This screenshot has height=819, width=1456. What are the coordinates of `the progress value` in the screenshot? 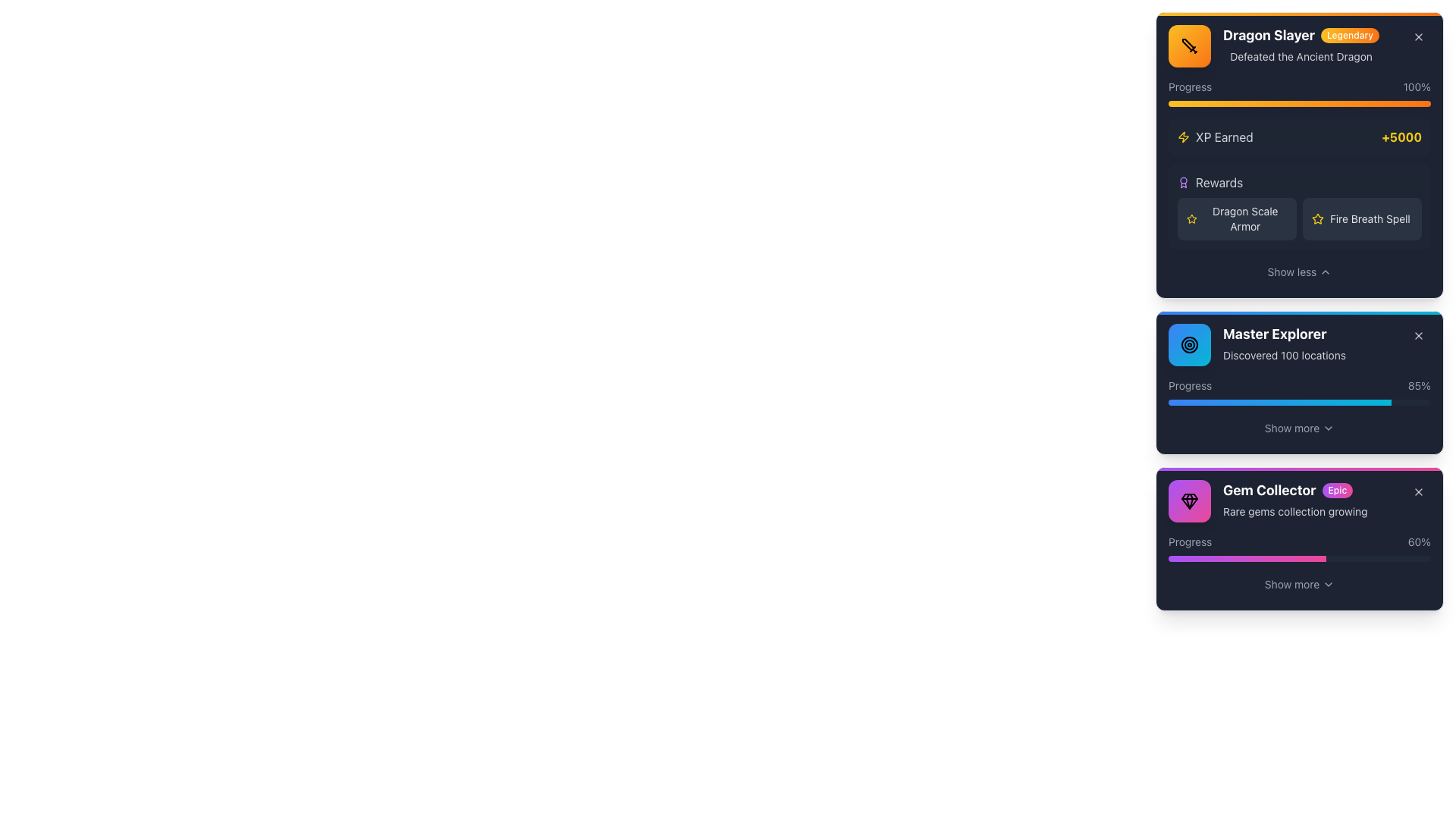 It's located at (1211, 558).